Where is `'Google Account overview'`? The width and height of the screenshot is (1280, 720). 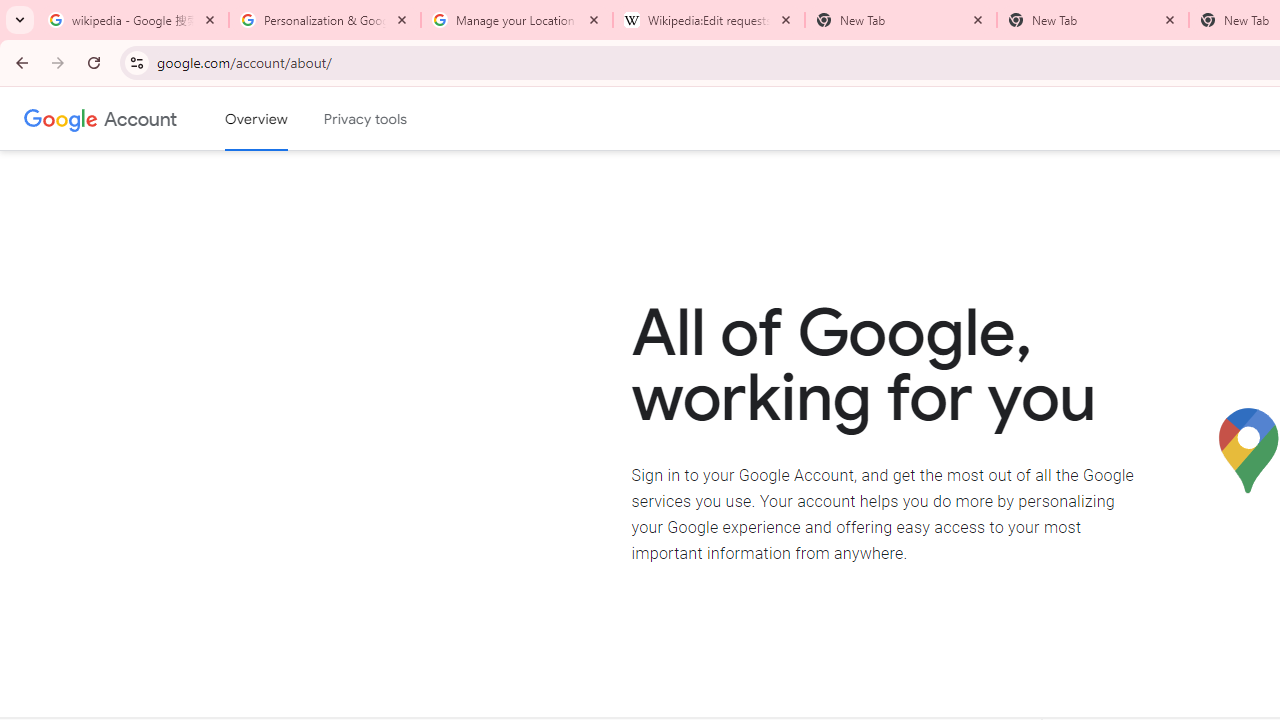 'Google Account overview' is located at coordinates (255, 119).